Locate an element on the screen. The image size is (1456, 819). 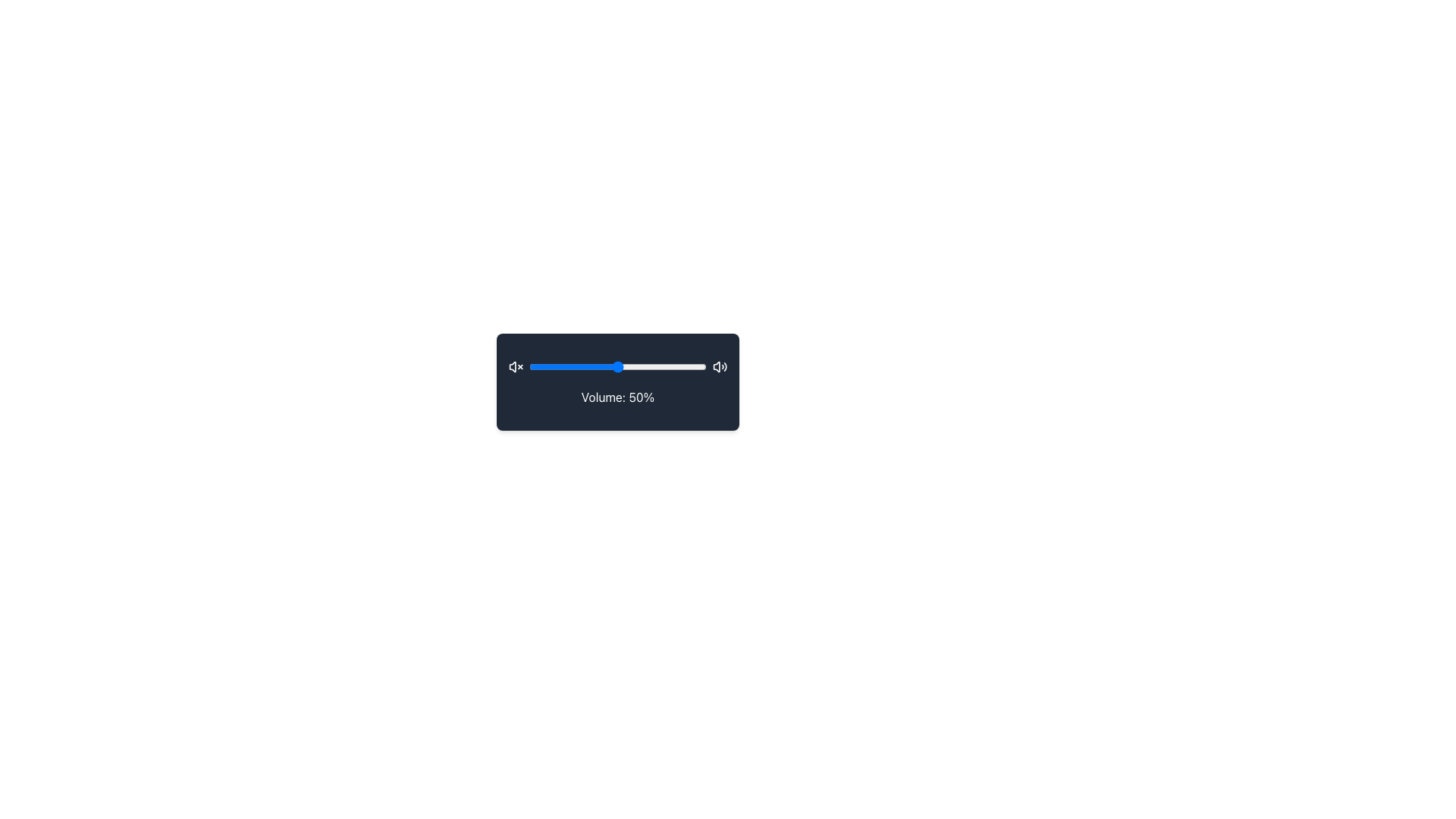
the volume is located at coordinates (536, 366).